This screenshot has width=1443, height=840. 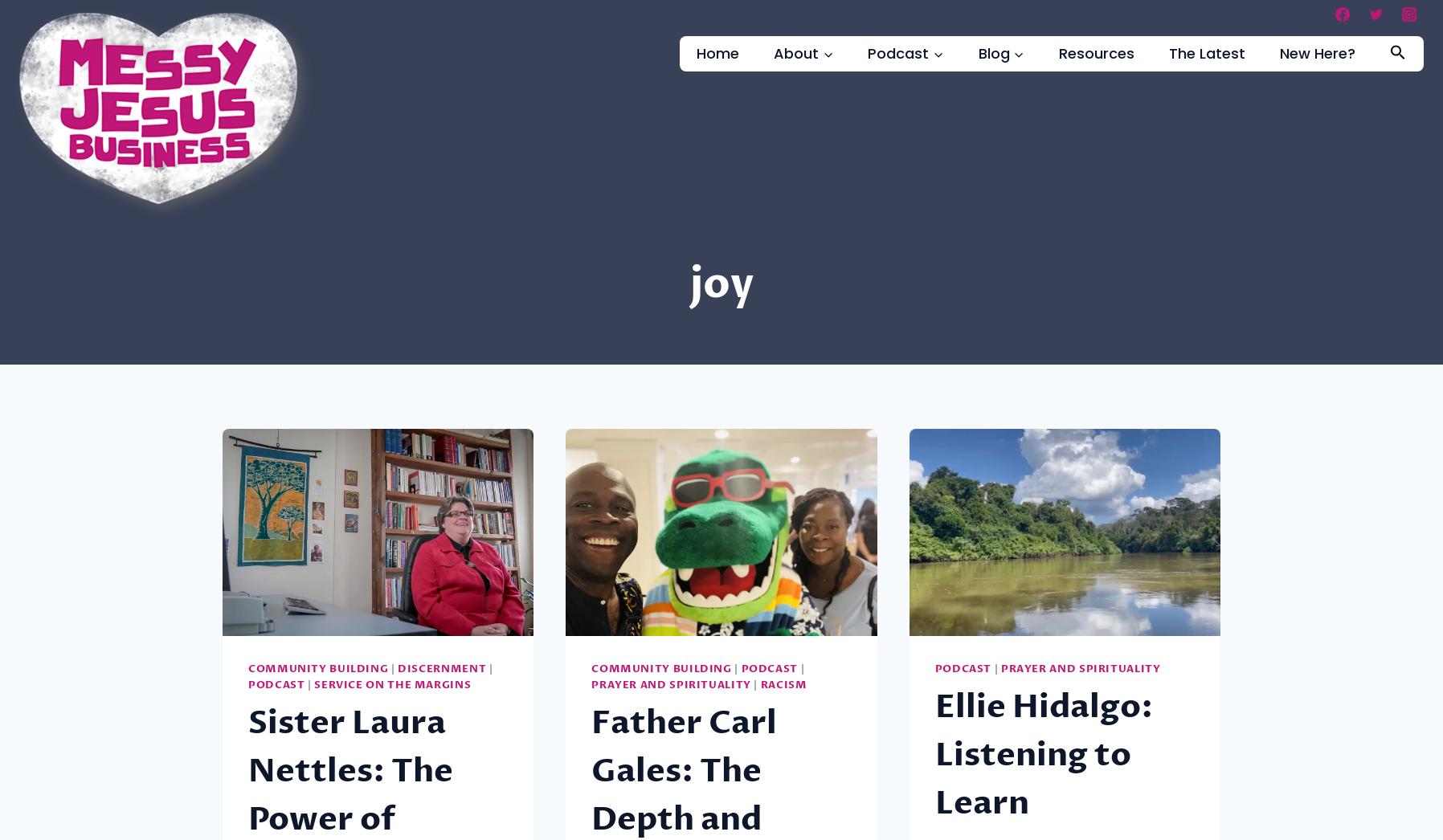 I want to click on 'Discernment', so click(x=396, y=669).